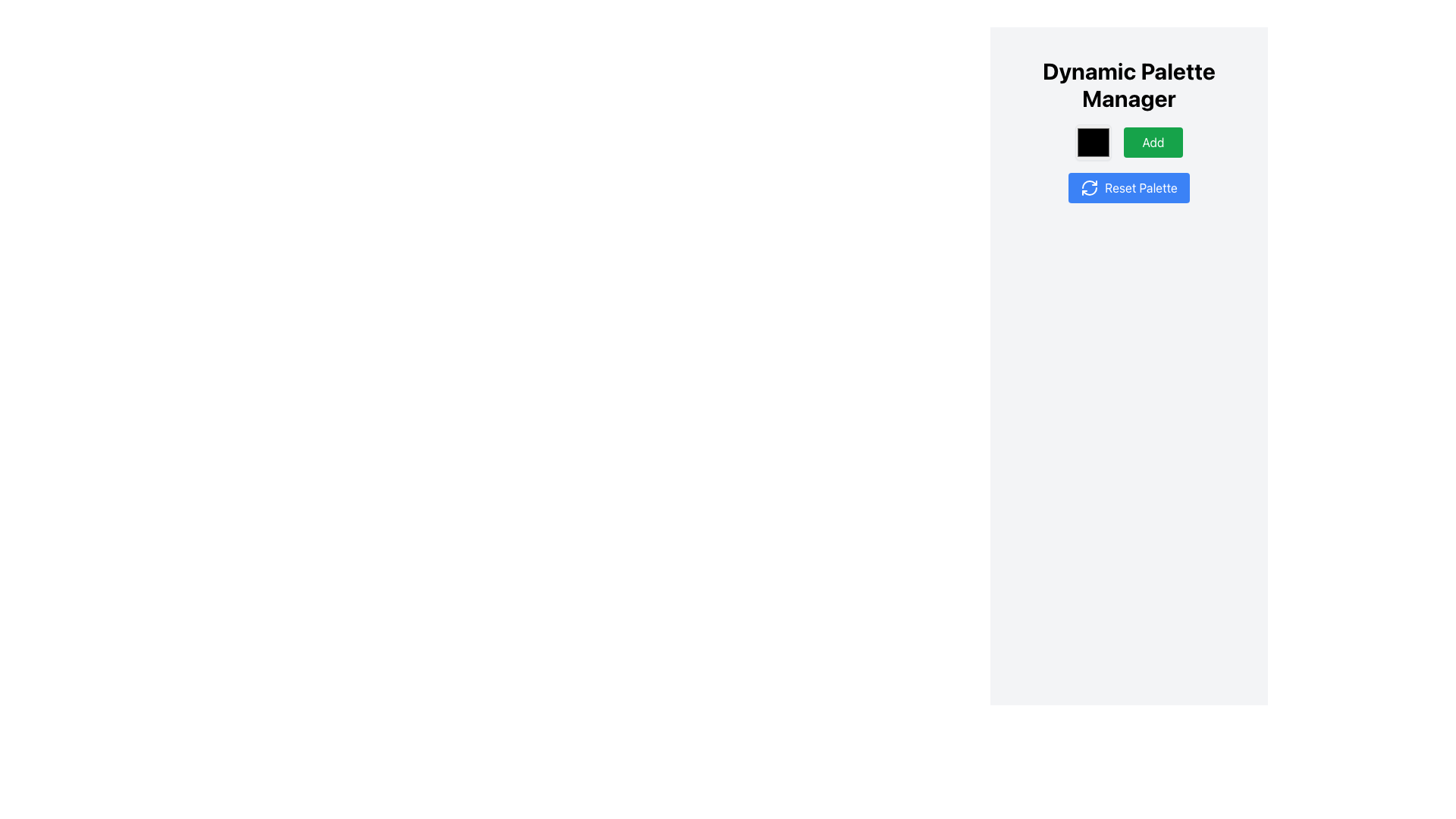 This screenshot has width=1456, height=819. What do you see at coordinates (1094, 143) in the screenshot?
I see `the Color Picker component located under the 'Dynamic Palette Manager' title` at bounding box center [1094, 143].